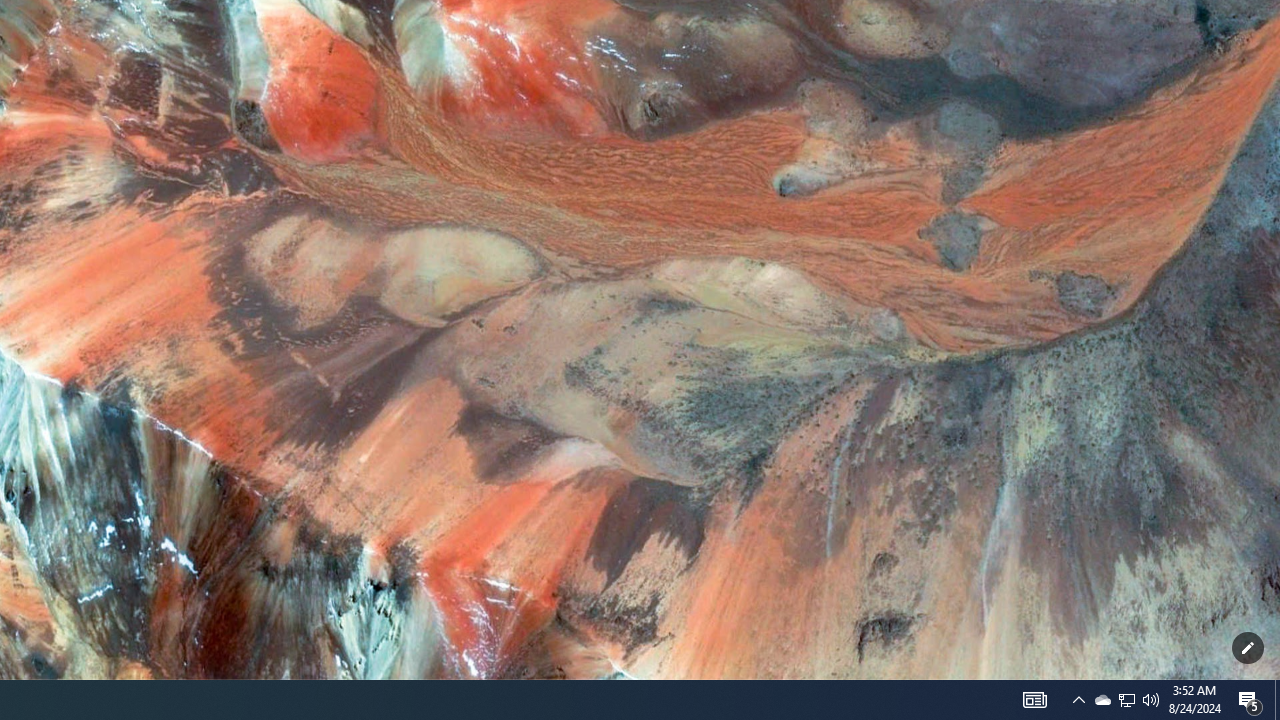 The image size is (1280, 720). What do you see at coordinates (1127, 698) in the screenshot?
I see `'Notification Chevron'` at bounding box center [1127, 698].